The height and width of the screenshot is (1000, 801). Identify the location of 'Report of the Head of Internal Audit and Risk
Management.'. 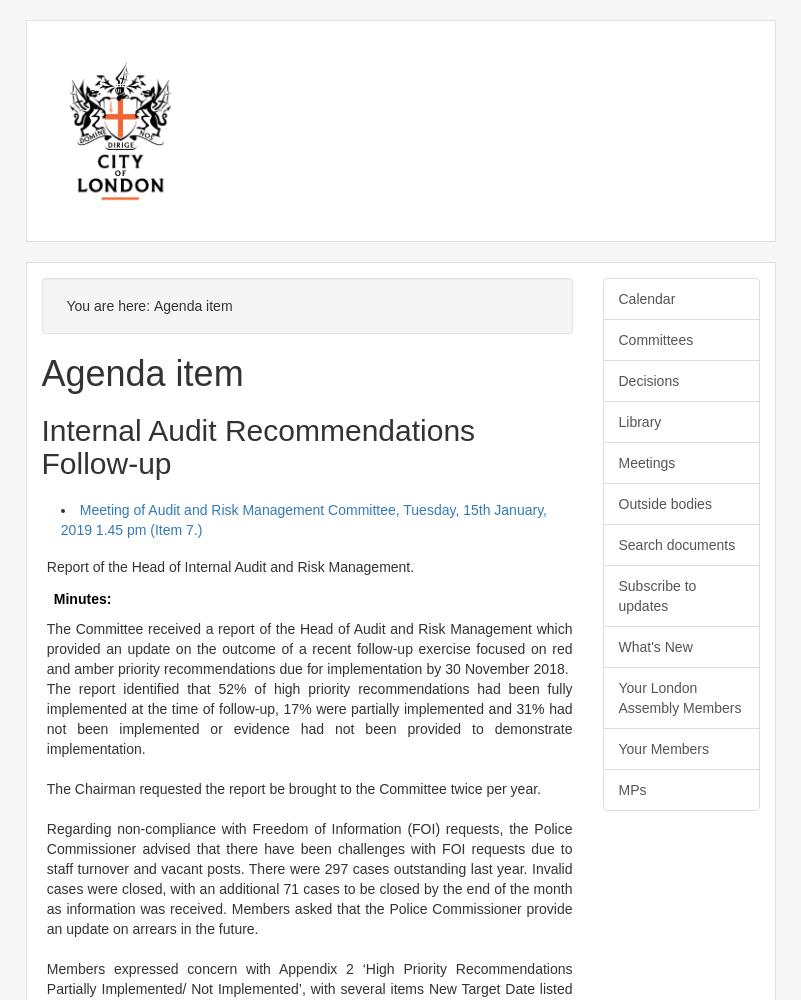
(229, 565).